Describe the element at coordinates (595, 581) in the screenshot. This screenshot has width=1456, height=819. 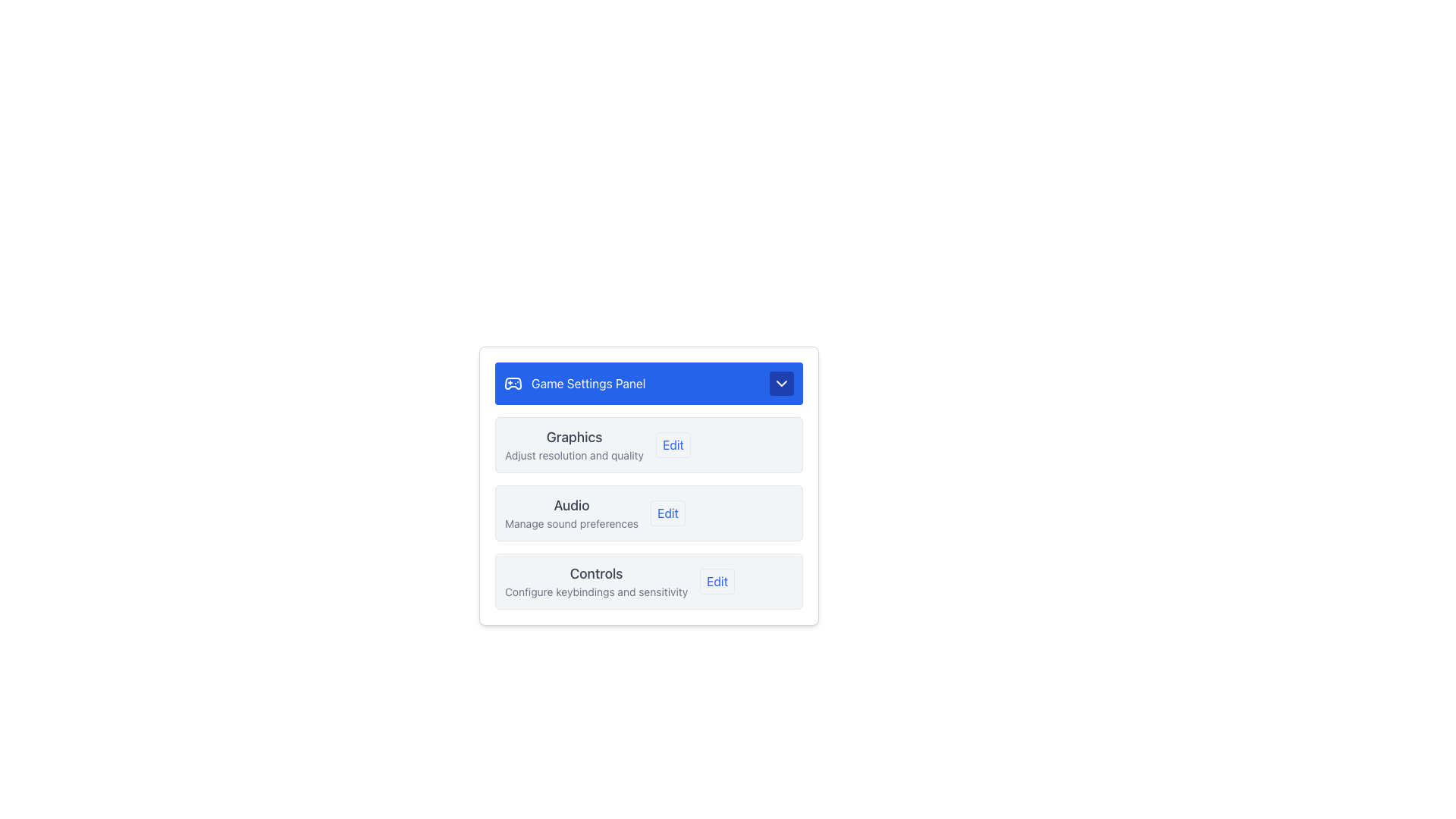
I see `the Label element that describes the 'Controls' section, which clarifies the purpose of keybindings and sensitivity settings` at that location.